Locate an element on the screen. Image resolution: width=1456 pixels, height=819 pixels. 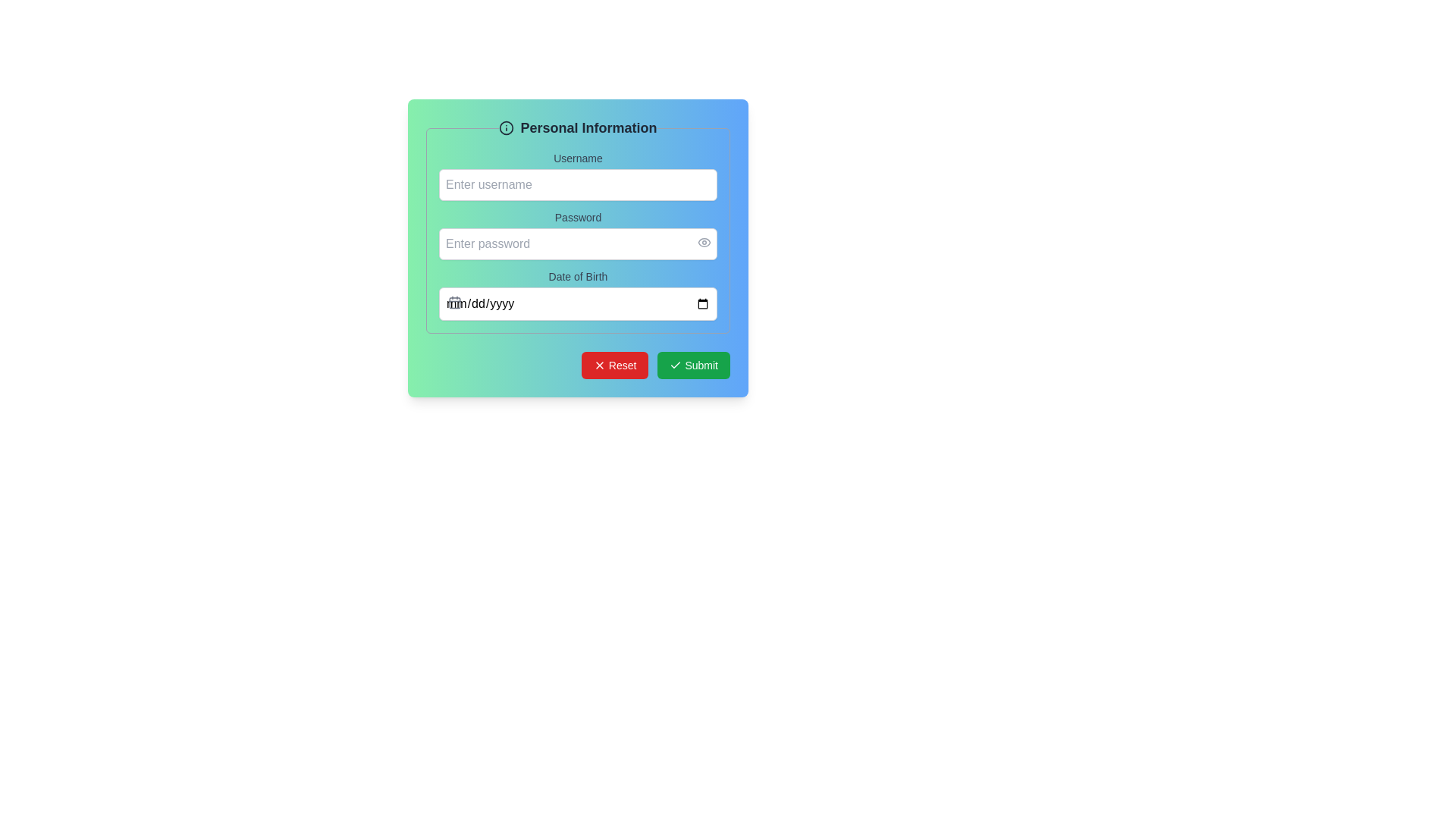
the eye-shaped button is located at coordinates (704, 242).